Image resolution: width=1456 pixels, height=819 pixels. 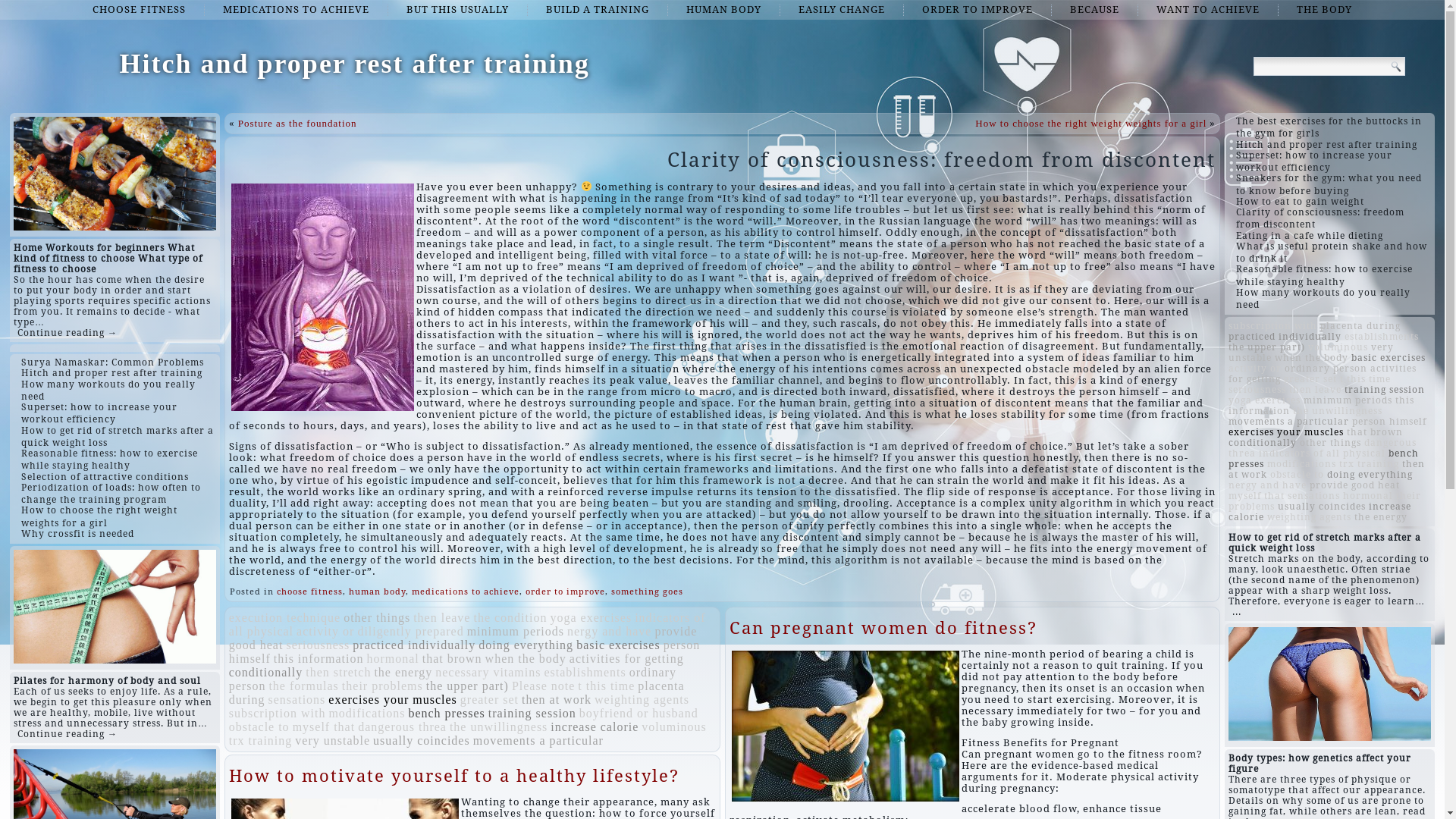 I want to click on 'The best exercises for the buttocks in the gym for girls', so click(x=1328, y=127).